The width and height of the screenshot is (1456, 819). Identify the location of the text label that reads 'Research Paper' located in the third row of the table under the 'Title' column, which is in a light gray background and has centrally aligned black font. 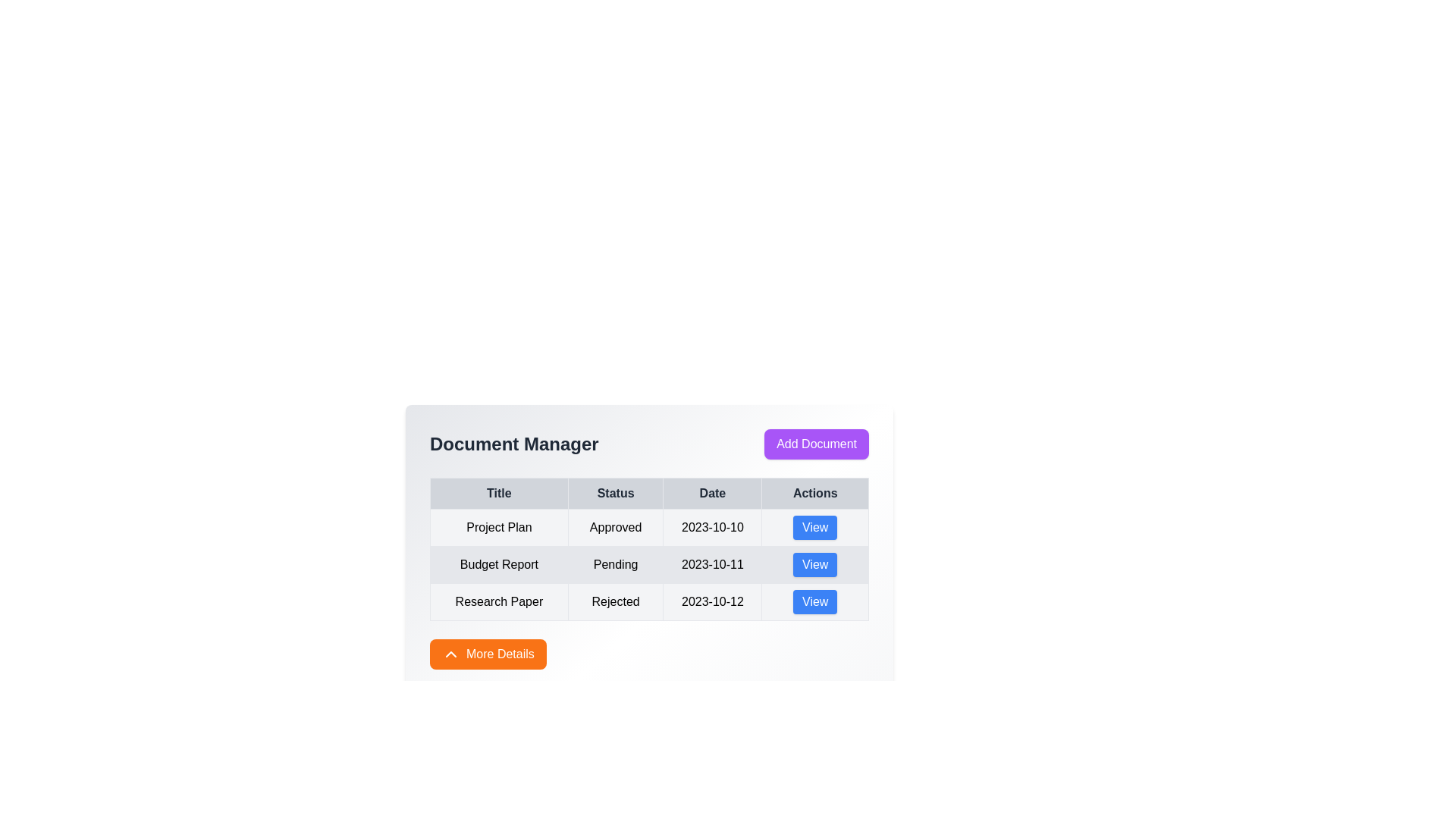
(499, 601).